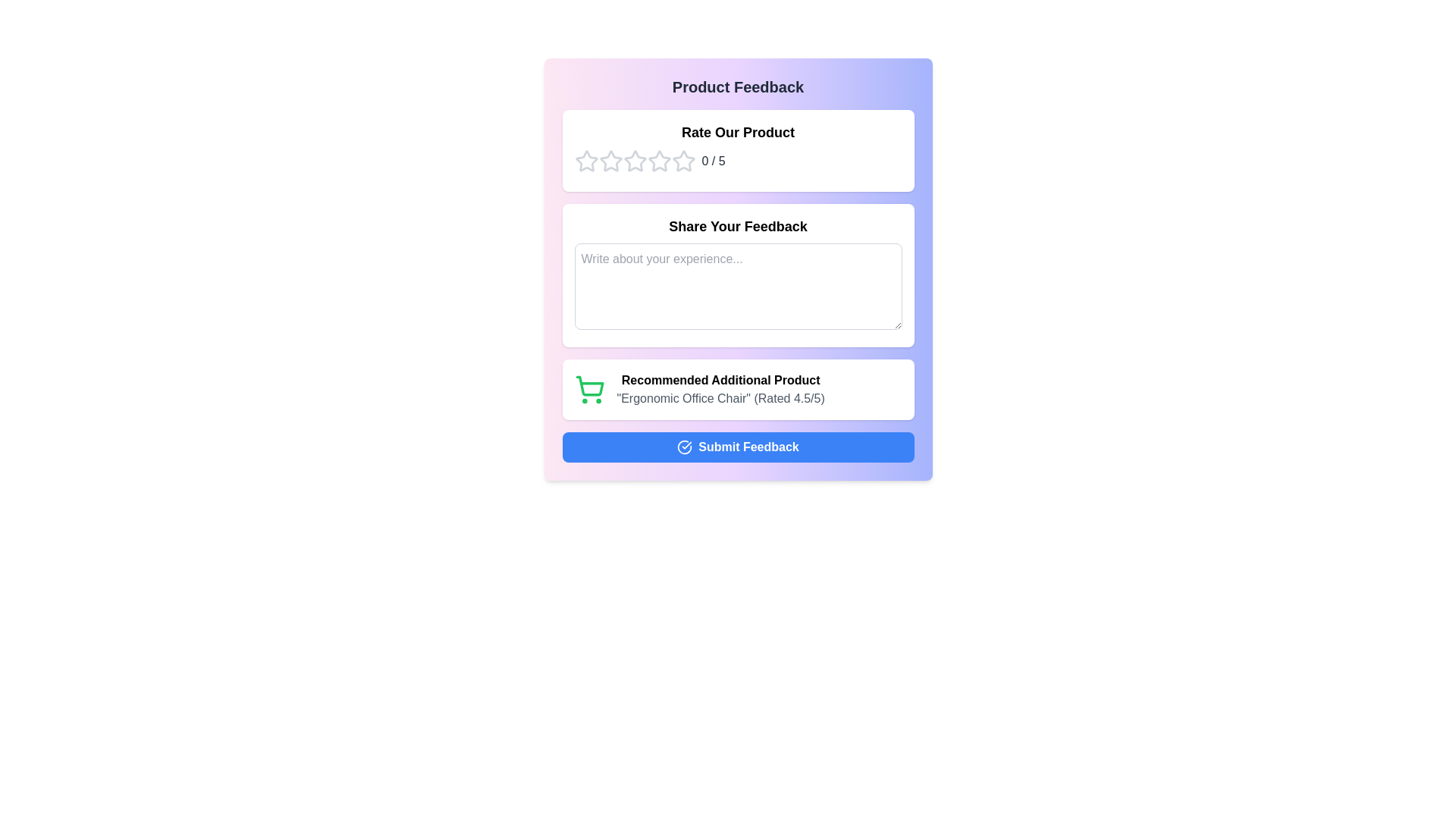 Image resolution: width=1456 pixels, height=819 pixels. What do you see at coordinates (635, 161) in the screenshot?
I see `the fourth star in the interactive rating icon row within the 'Rate Our Product' section of the modal` at bounding box center [635, 161].